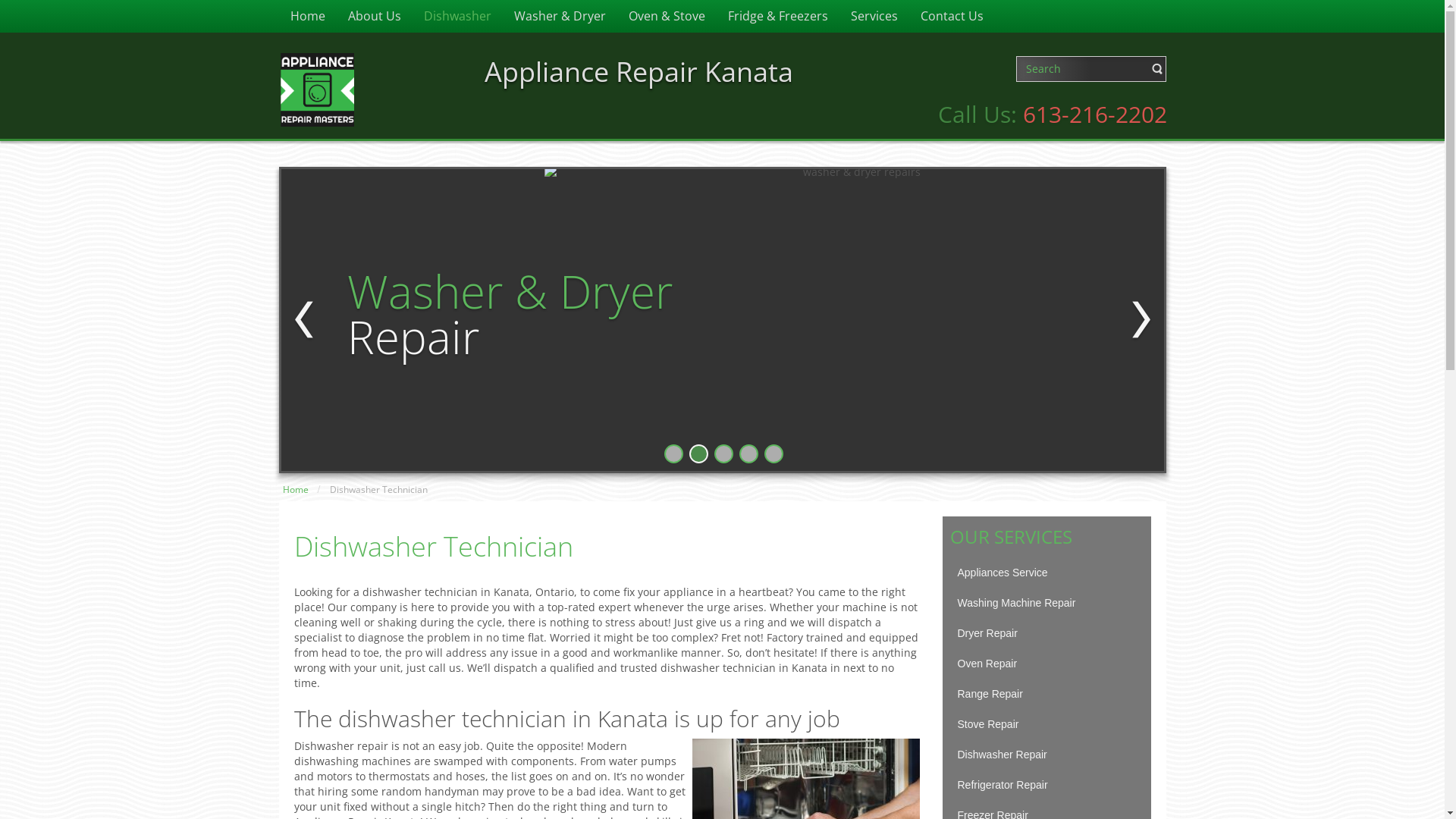 The width and height of the screenshot is (1456, 819). Describe the element at coordinates (1045, 723) in the screenshot. I see `'Stove Repair'` at that location.